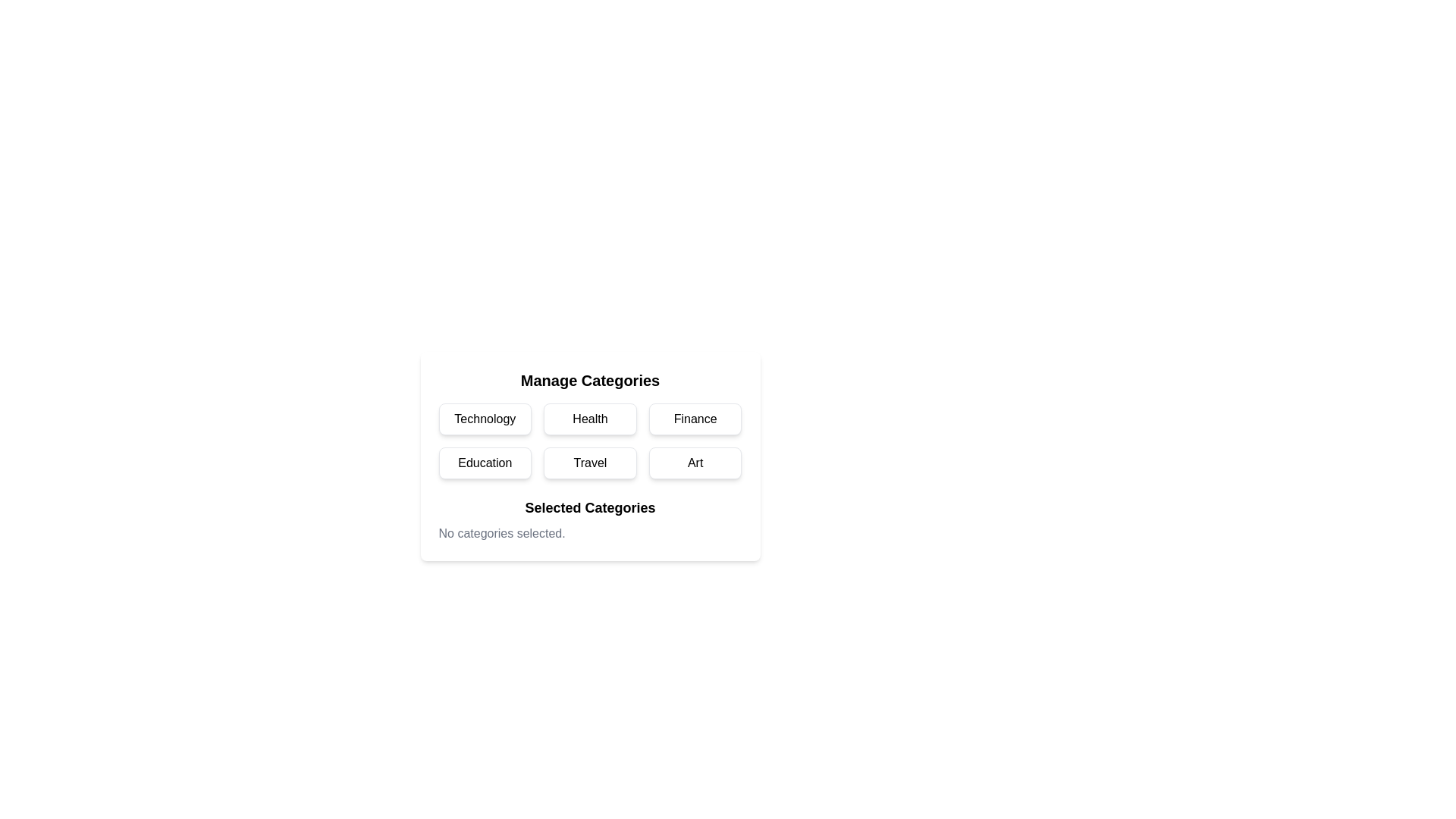  I want to click on the 'Art' category selector button located at the bottom right corner of the grid, so click(695, 462).